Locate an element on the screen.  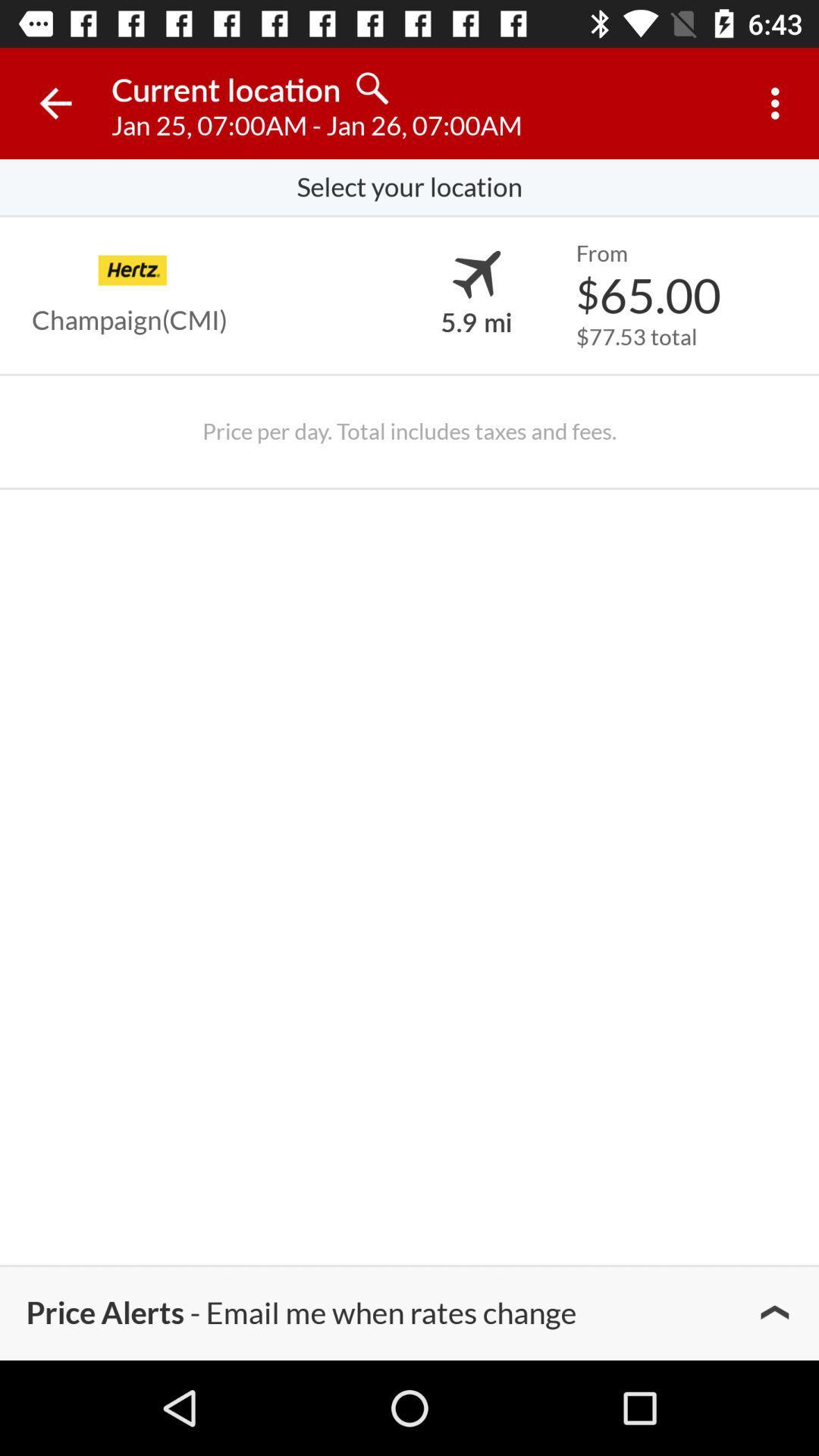
the item above select your location is located at coordinates (779, 102).